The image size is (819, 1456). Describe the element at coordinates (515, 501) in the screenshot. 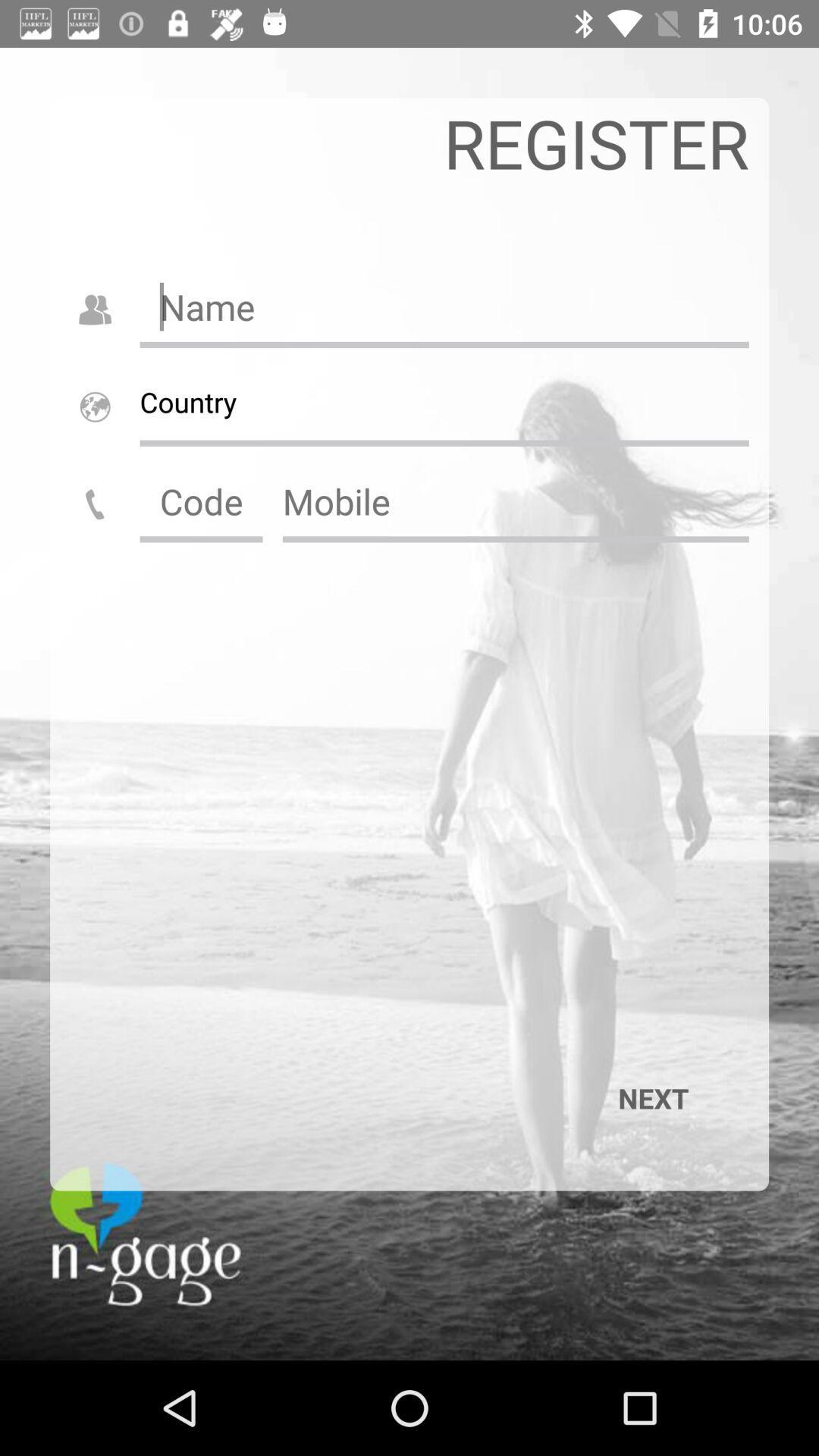

I see `search` at that location.